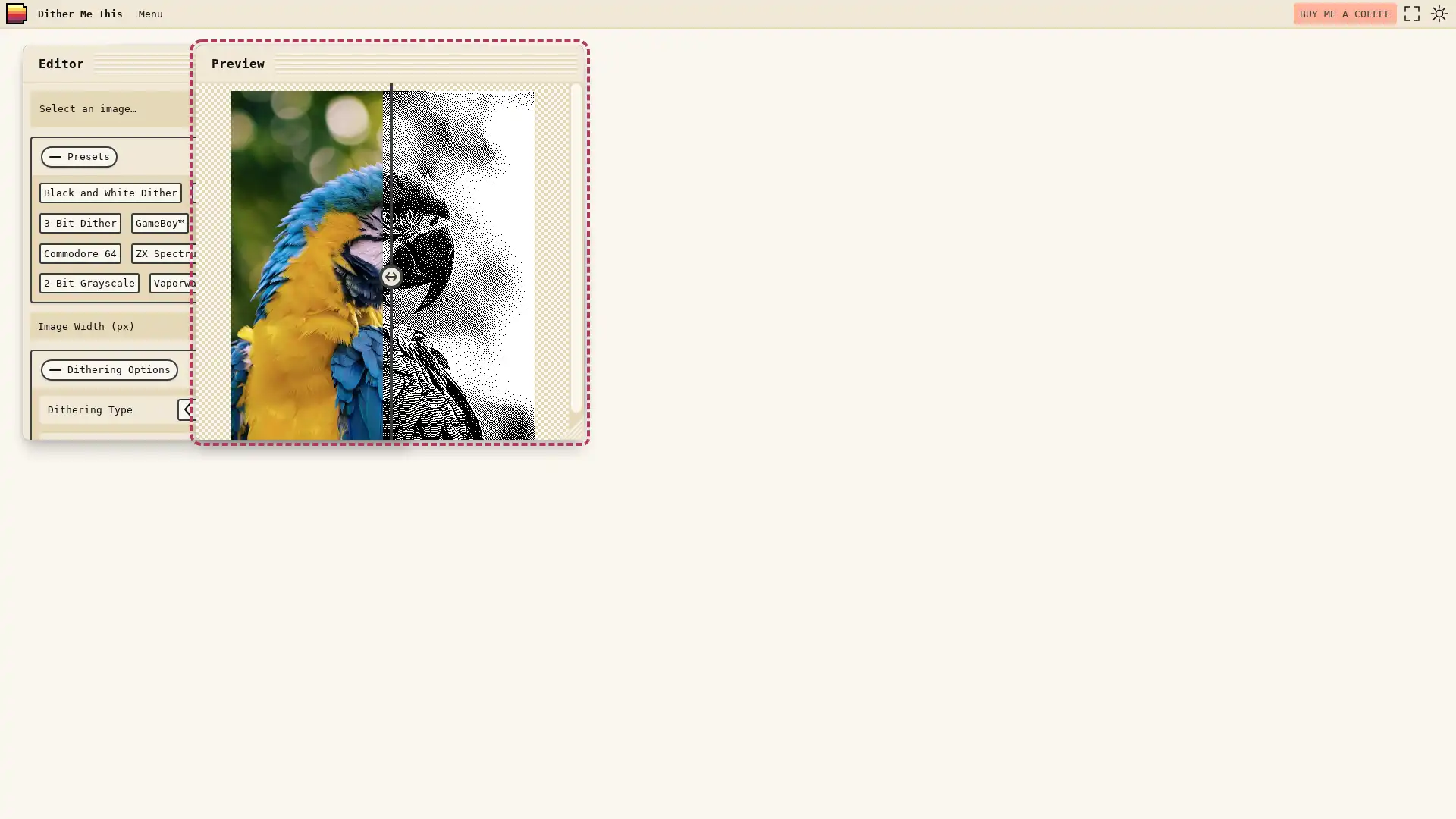 The height and width of the screenshot is (819, 1456). I want to click on Commodore 64, so click(79, 252).